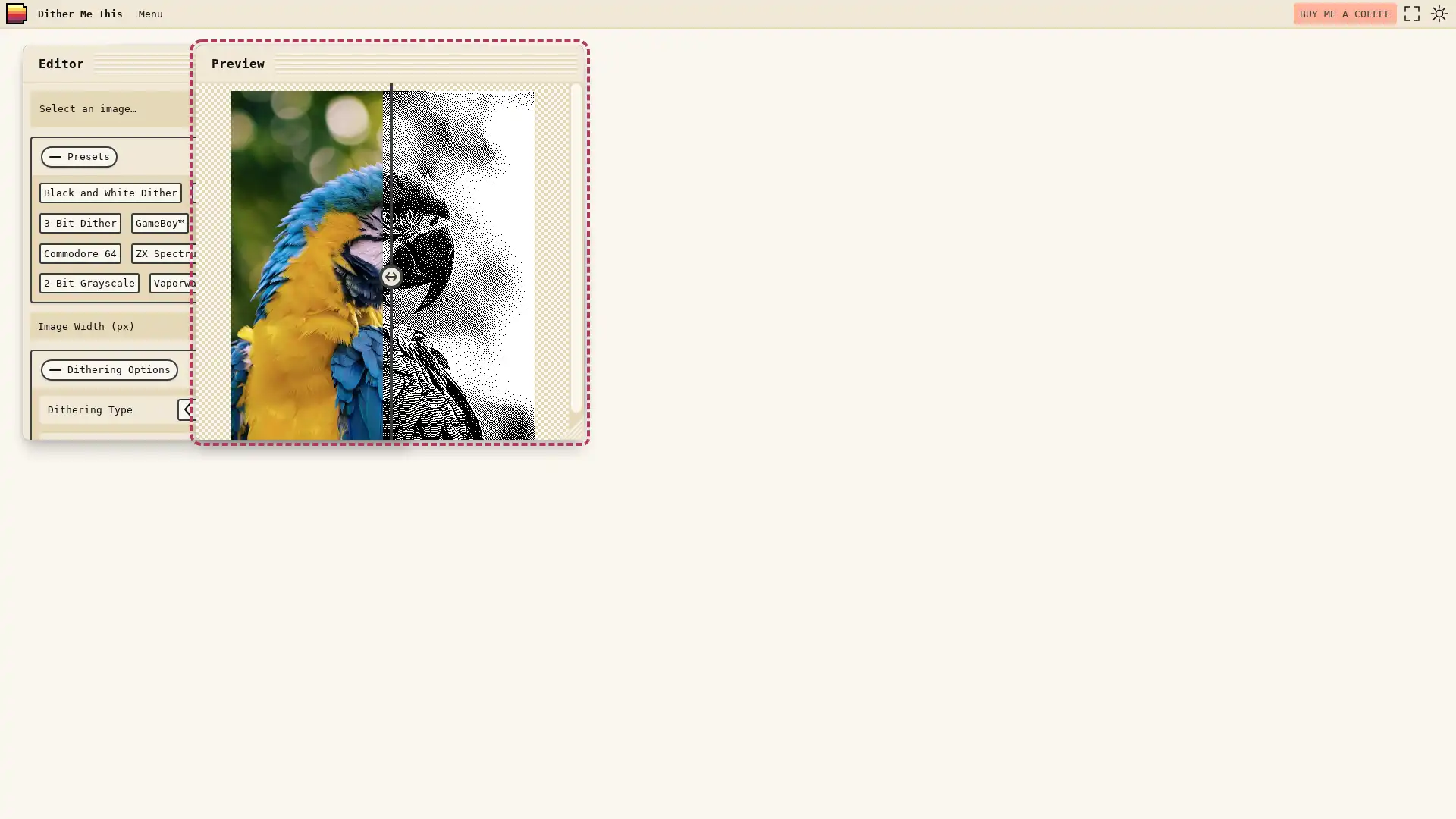 The height and width of the screenshot is (819, 1456). I want to click on Commodore 64, so click(79, 252).